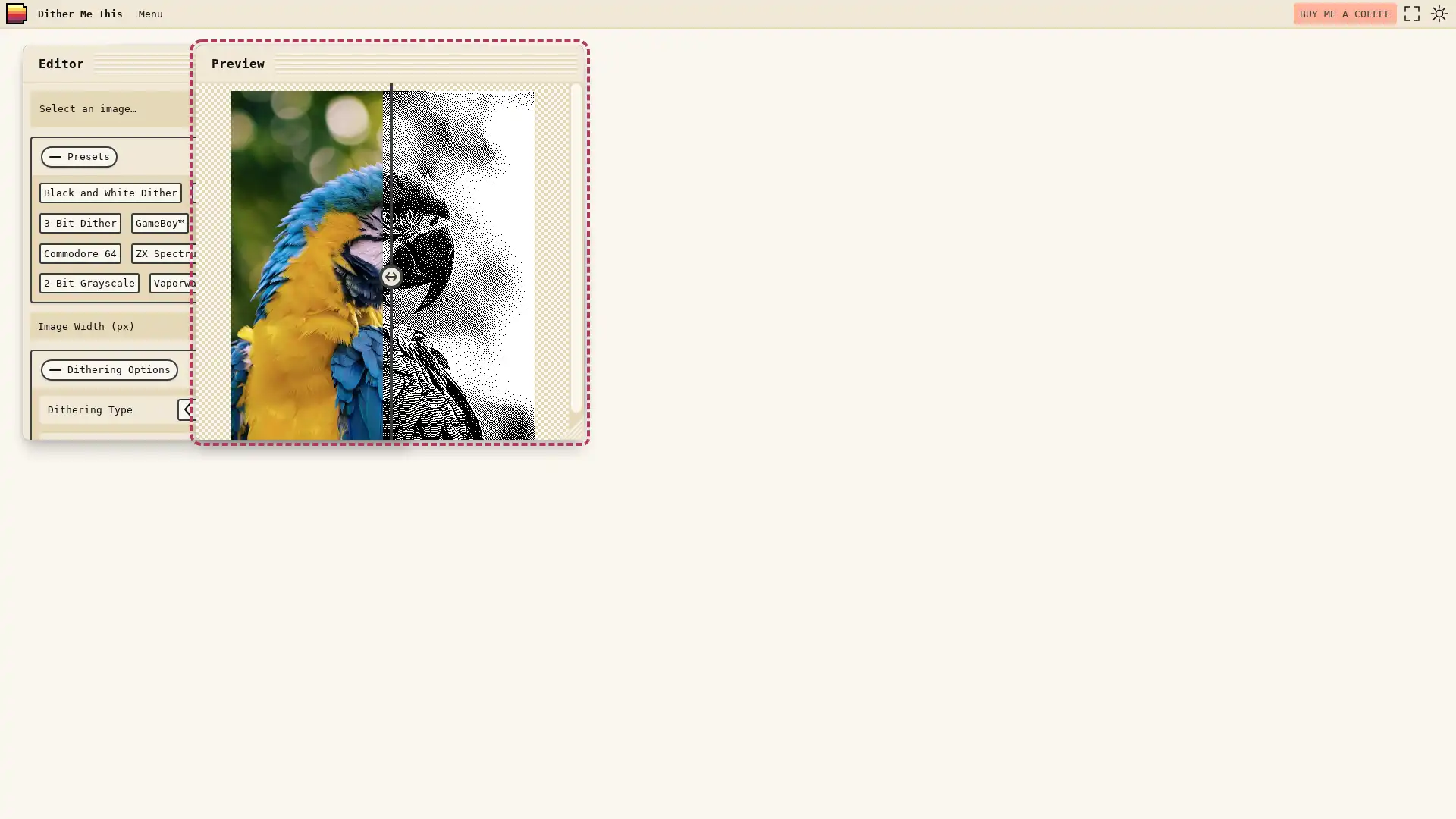 The height and width of the screenshot is (819, 1456). I want to click on Commodore 64, so click(79, 252).